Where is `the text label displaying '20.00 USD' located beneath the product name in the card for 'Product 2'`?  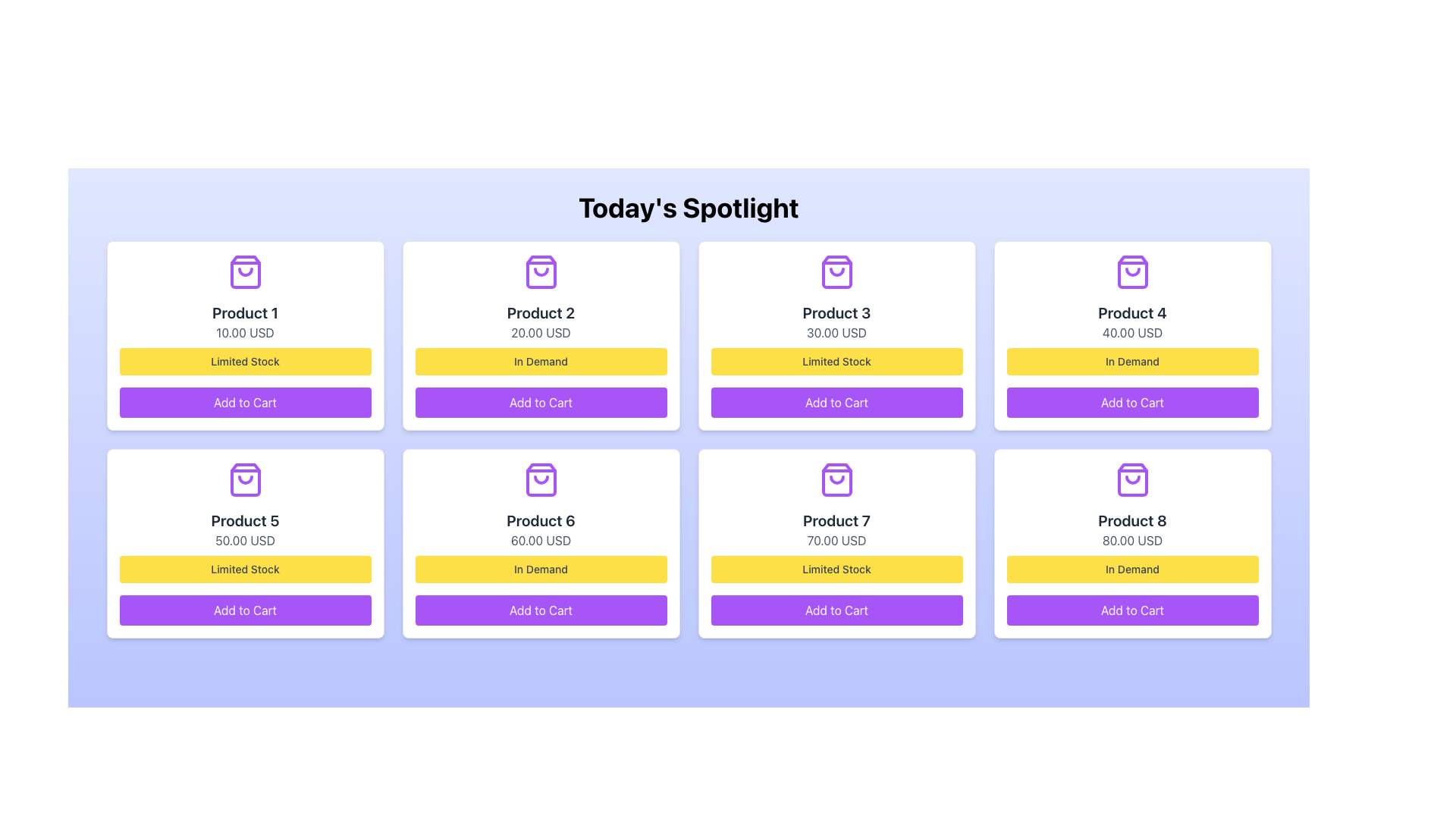
the text label displaying '20.00 USD' located beneath the product name in the card for 'Product 2' is located at coordinates (541, 332).